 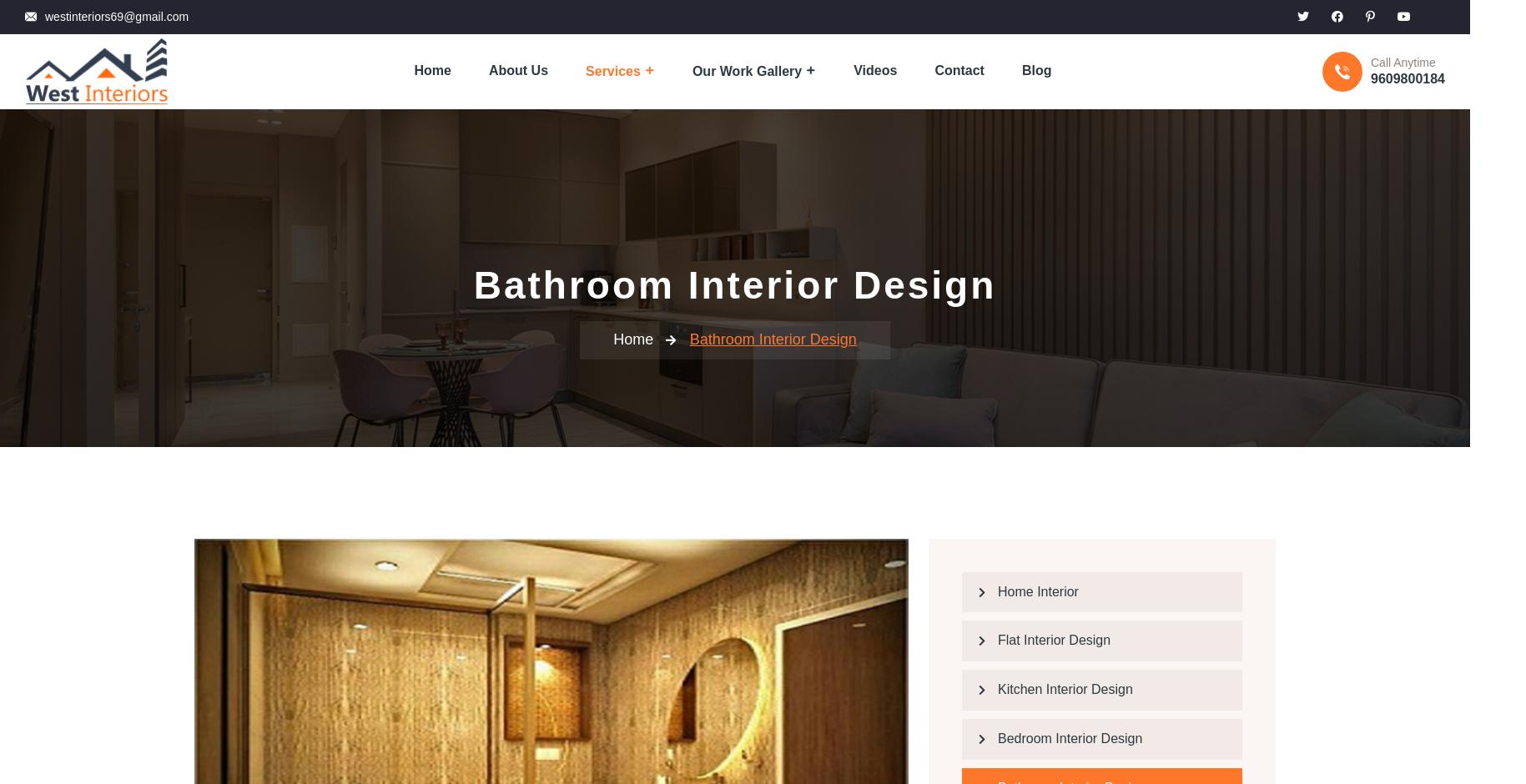 What do you see at coordinates (357, 455) in the screenshot?
I see `'We assure you complete our work with in a proper time, and we are very conscious for this also. It is our responsibility to complete the work within a proper time slot.'` at bounding box center [357, 455].